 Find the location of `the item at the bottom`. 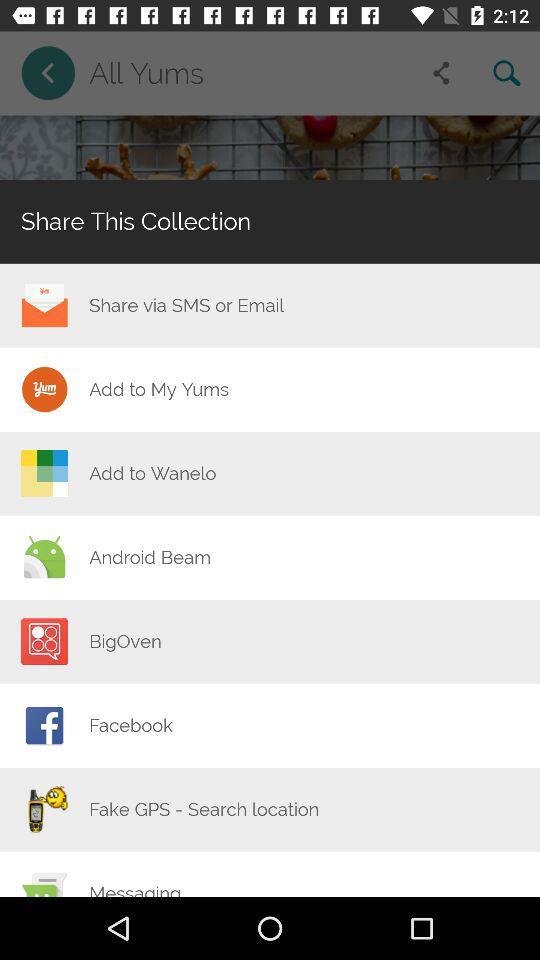

the item at the bottom is located at coordinates (203, 809).